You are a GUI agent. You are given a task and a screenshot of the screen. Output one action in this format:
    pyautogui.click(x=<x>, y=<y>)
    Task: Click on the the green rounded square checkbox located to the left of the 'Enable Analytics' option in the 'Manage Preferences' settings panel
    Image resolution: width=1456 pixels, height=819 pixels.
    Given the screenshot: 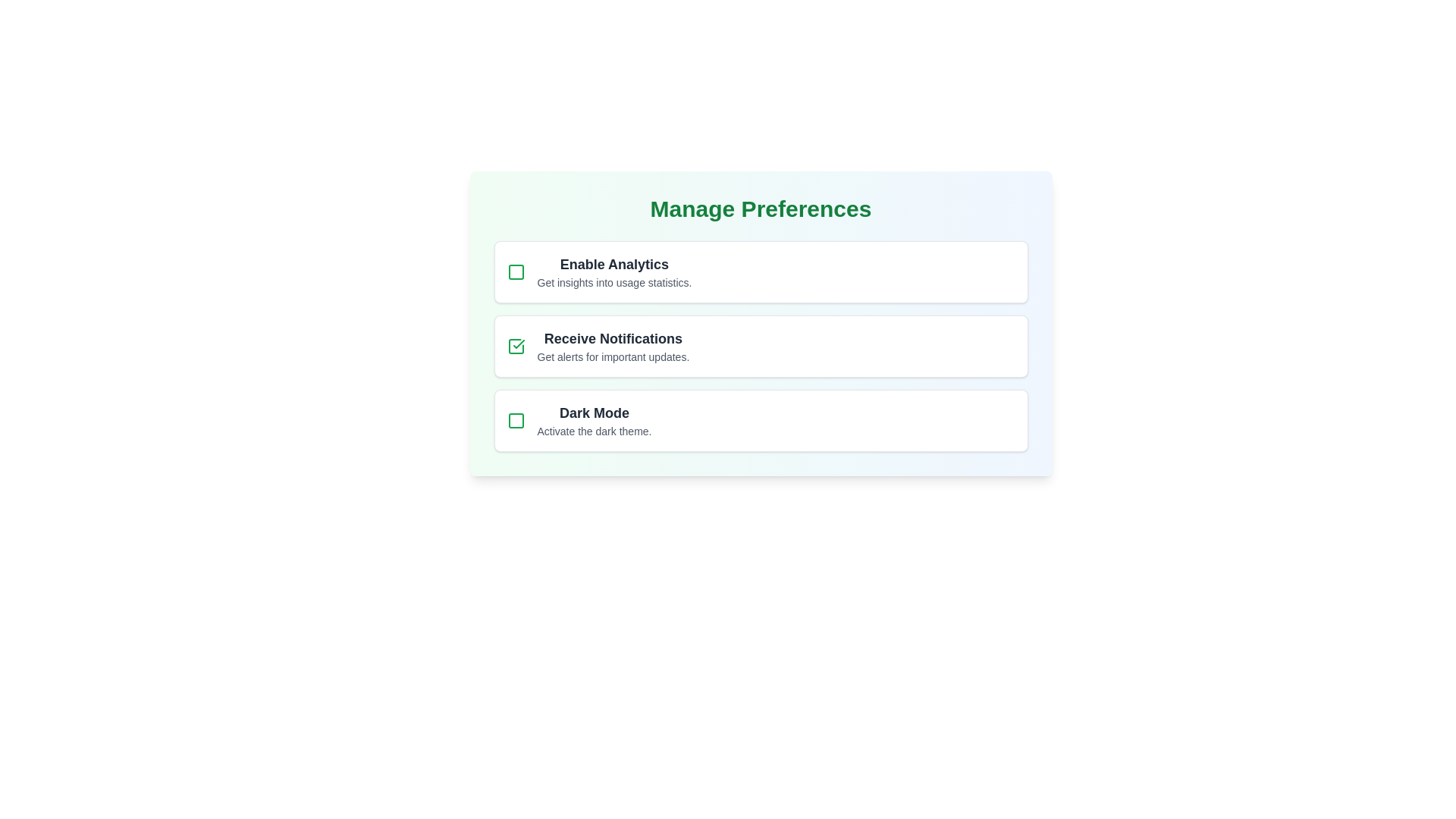 What is the action you would take?
    pyautogui.click(x=516, y=271)
    